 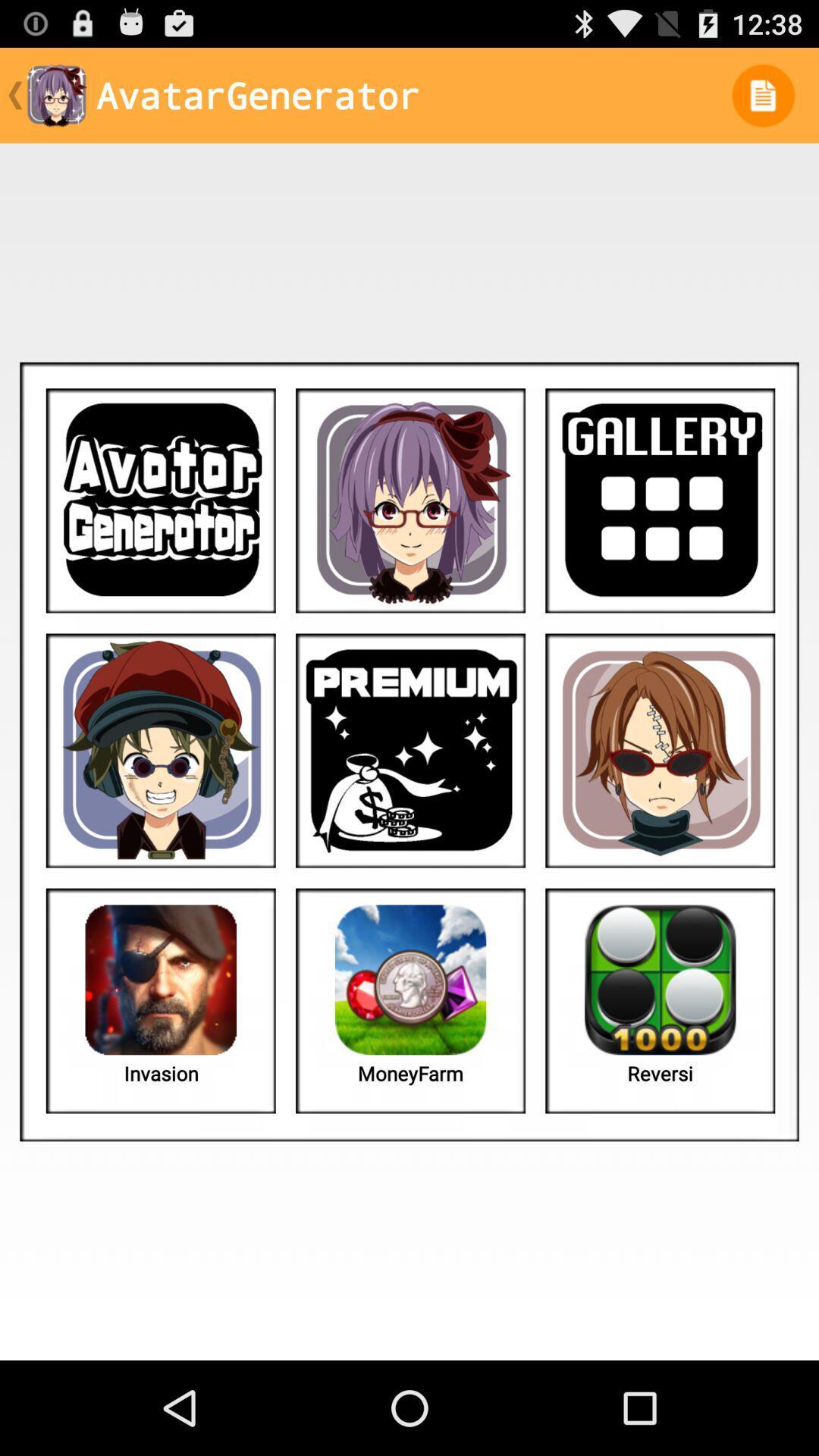 What do you see at coordinates (161, 750) in the screenshot?
I see `choose the avatar` at bounding box center [161, 750].